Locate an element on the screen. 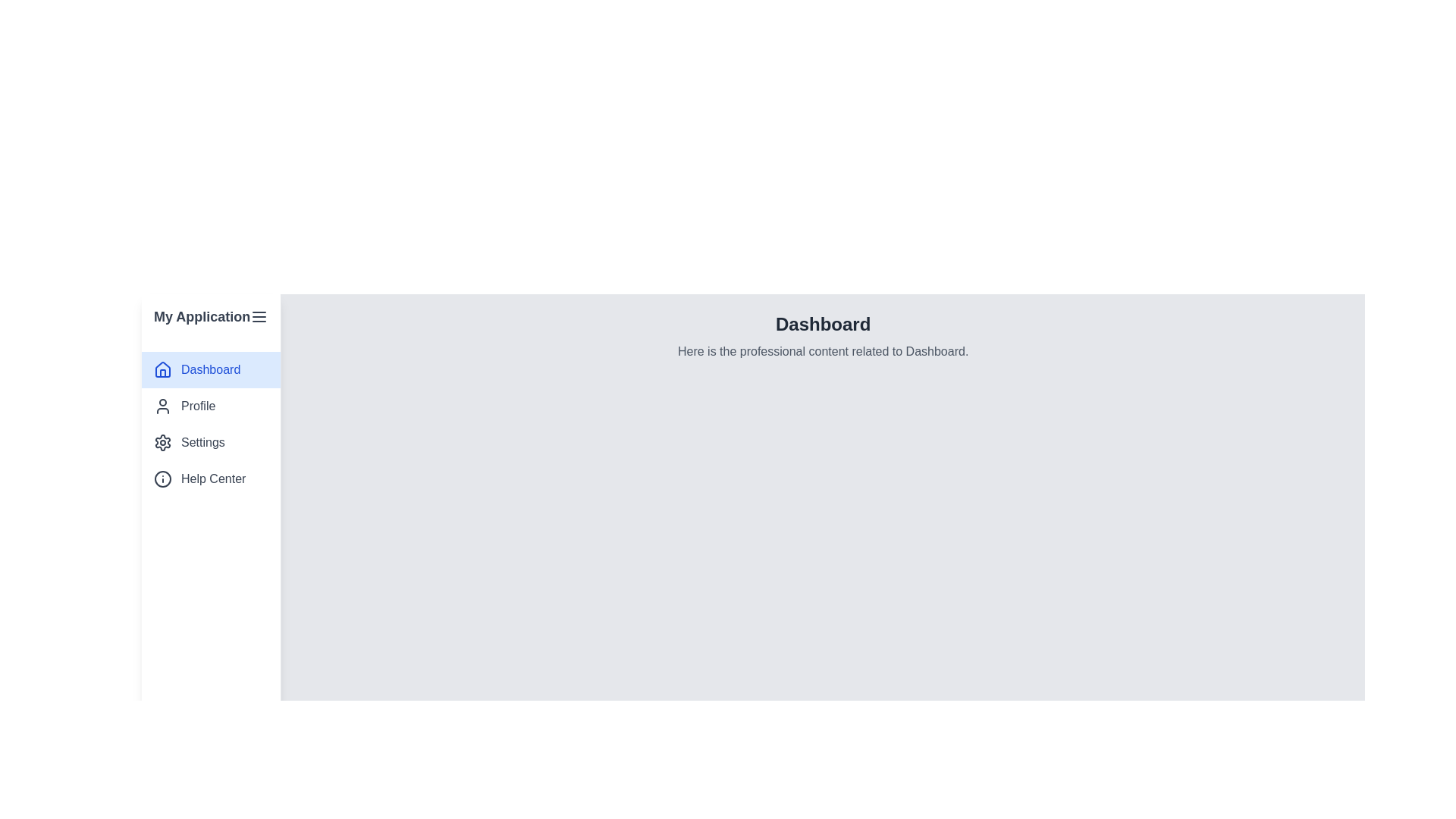  the 'Dashboard' menu item icon located in the sidebar menu by clicking on it is located at coordinates (163, 369).